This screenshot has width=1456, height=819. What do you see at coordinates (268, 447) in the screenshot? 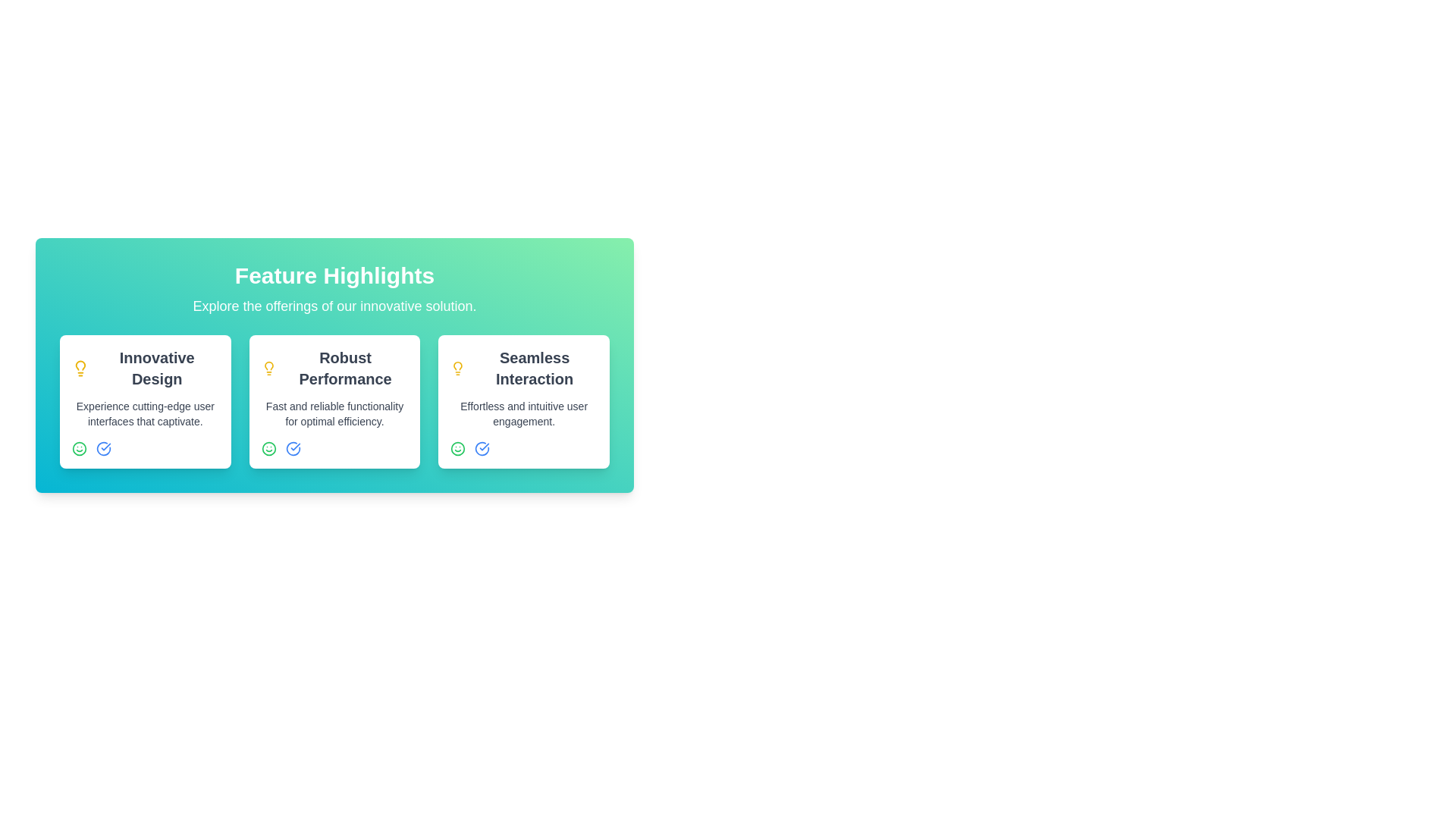
I see `the green smiling face icon located in the second card under the 'Robust Performance' title` at bounding box center [268, 447].